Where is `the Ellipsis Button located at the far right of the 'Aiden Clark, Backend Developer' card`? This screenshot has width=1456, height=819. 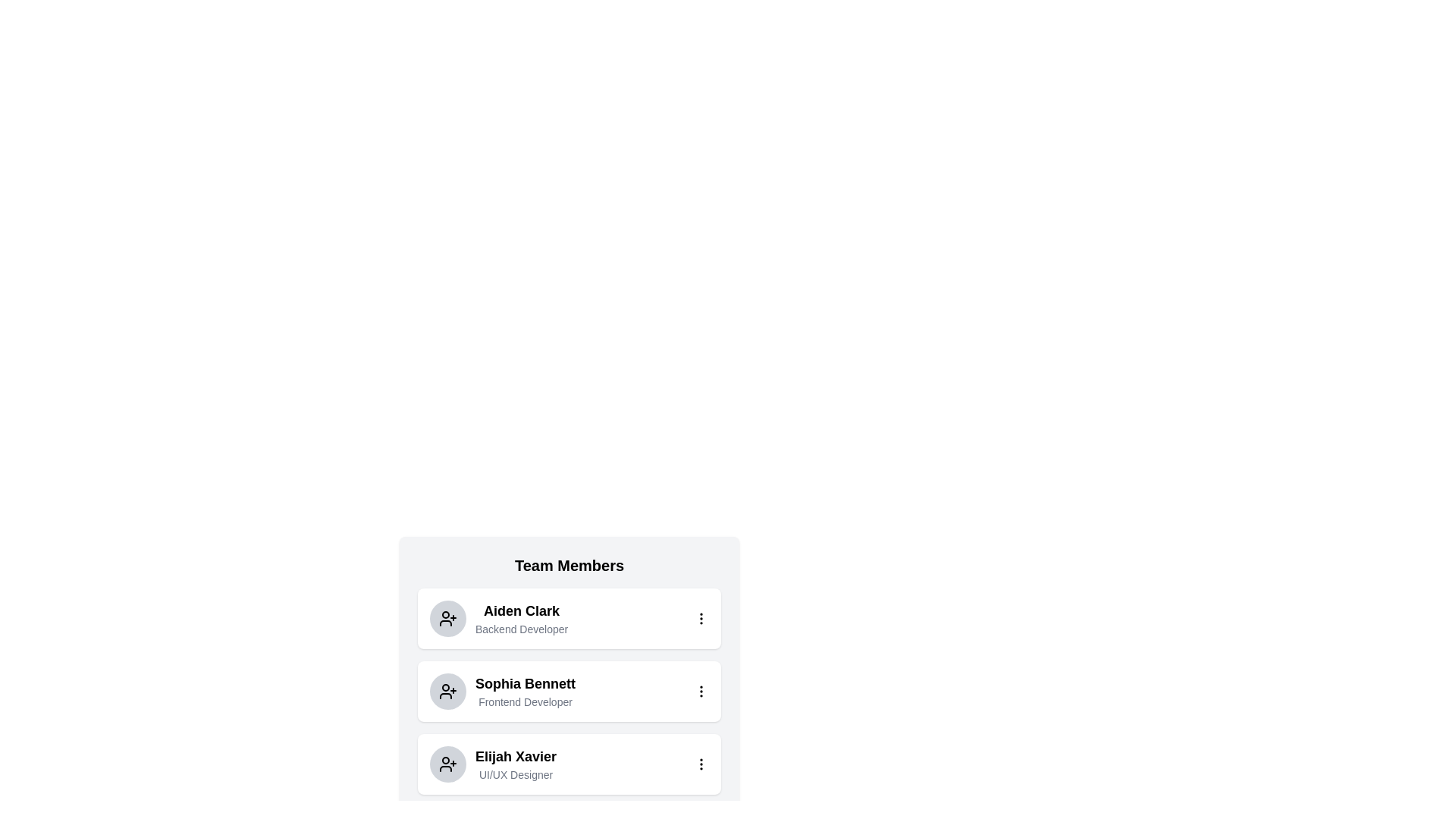
the Ellipsis Button located at the far right of the 'Aiden Clark, Backend Developer' card is located at coordinates (701, 619).